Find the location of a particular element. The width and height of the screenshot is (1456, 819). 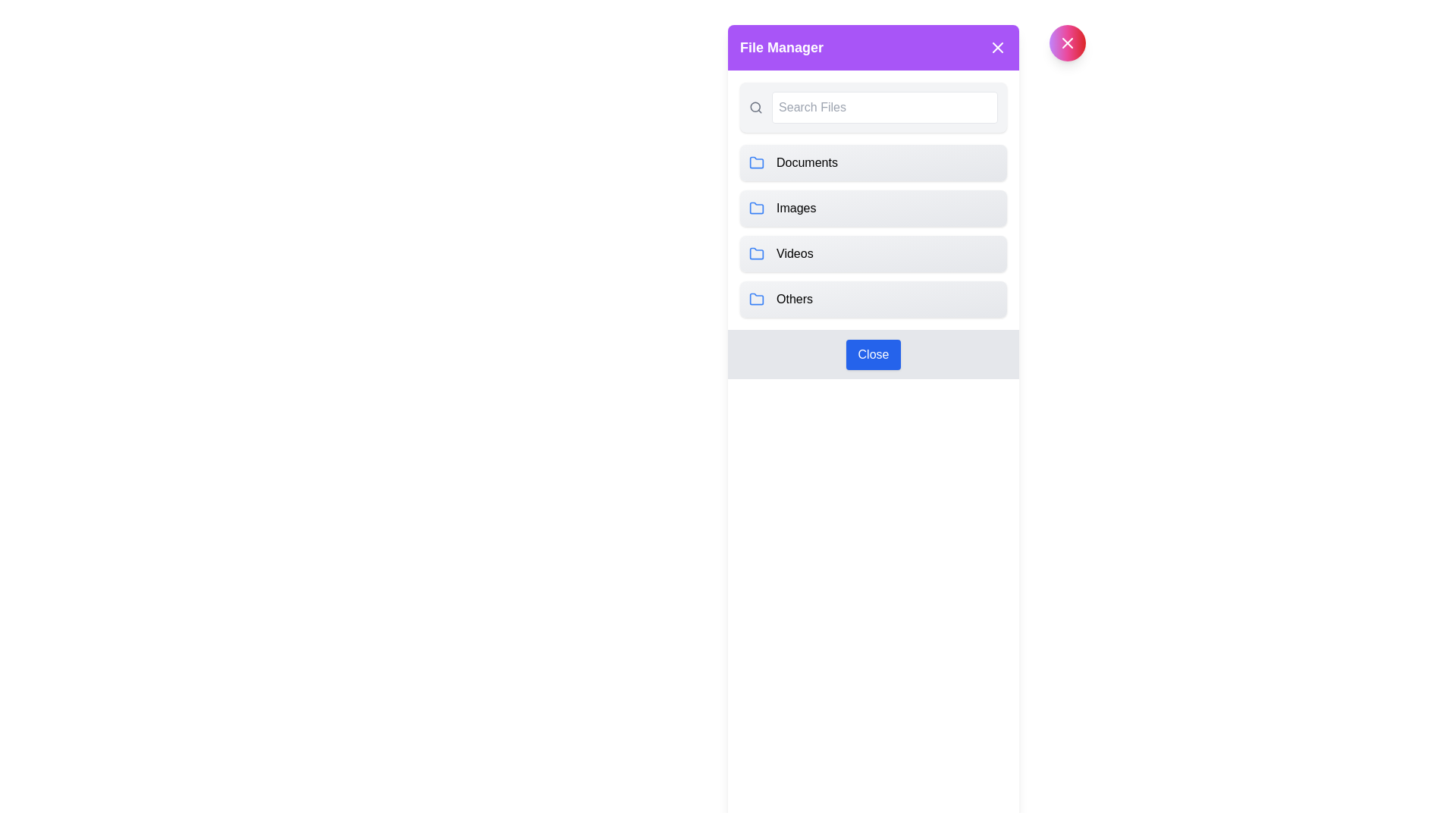

the category selector button for image-related files in the file manager interface, located below 'Documents' and above 'Videos' is located at coordinates (874, 208).